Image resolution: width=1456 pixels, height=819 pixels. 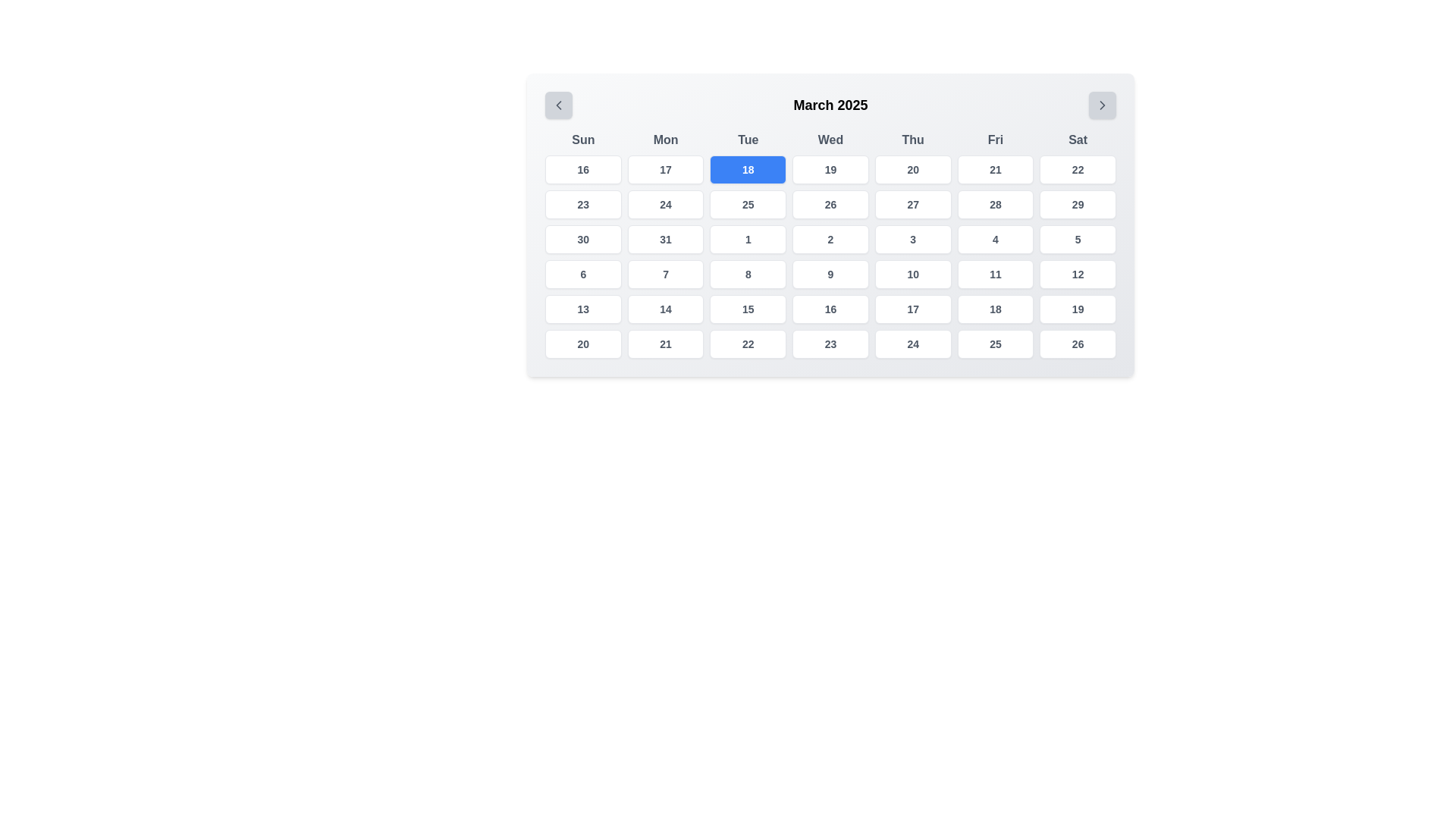 What do you see at coordinates (748, 275) in the screenshot?
I see `the button displaying the number '8' in the calendar grid, located in the sixth row and third column` at bounding box center [748, 275].